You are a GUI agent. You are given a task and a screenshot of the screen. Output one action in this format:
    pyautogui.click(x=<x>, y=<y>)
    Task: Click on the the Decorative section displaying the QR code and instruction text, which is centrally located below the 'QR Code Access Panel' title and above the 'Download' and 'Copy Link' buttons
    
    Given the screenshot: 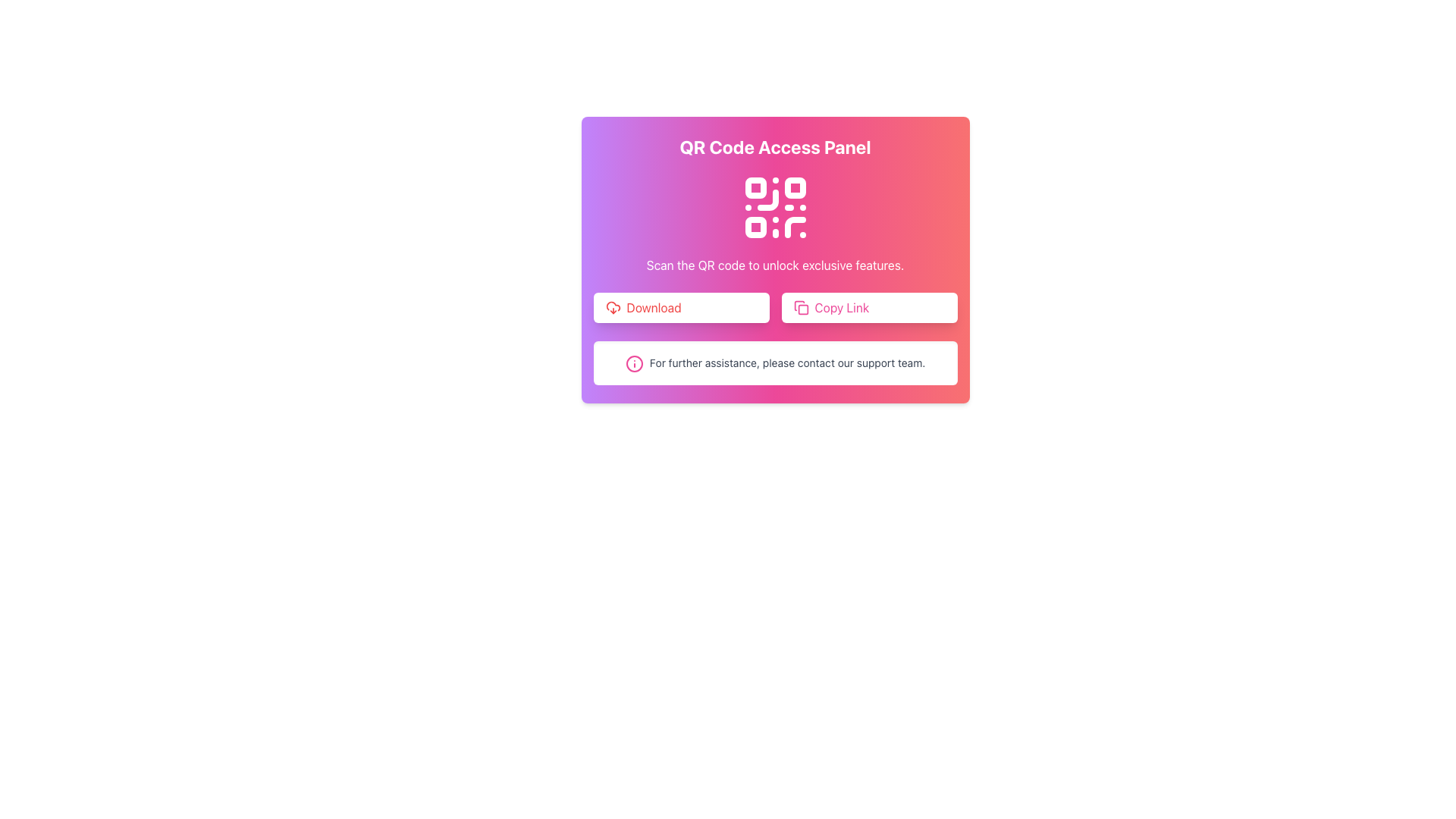 What is the action you would take?
    pyautogui.click(x=775, y=222)
    